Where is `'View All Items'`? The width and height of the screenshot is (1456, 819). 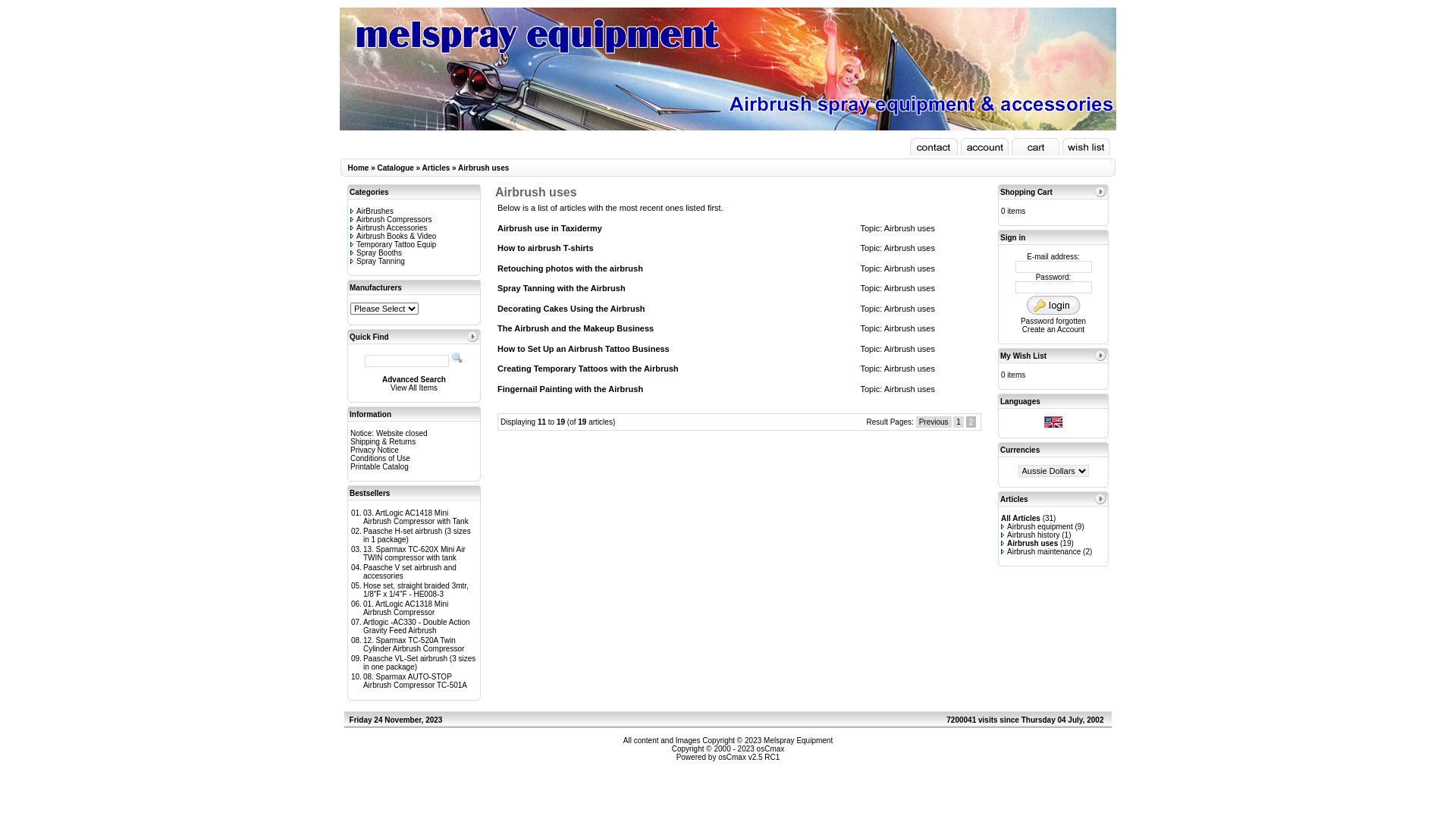
'View All Items' is located at coordinates (414, 387).